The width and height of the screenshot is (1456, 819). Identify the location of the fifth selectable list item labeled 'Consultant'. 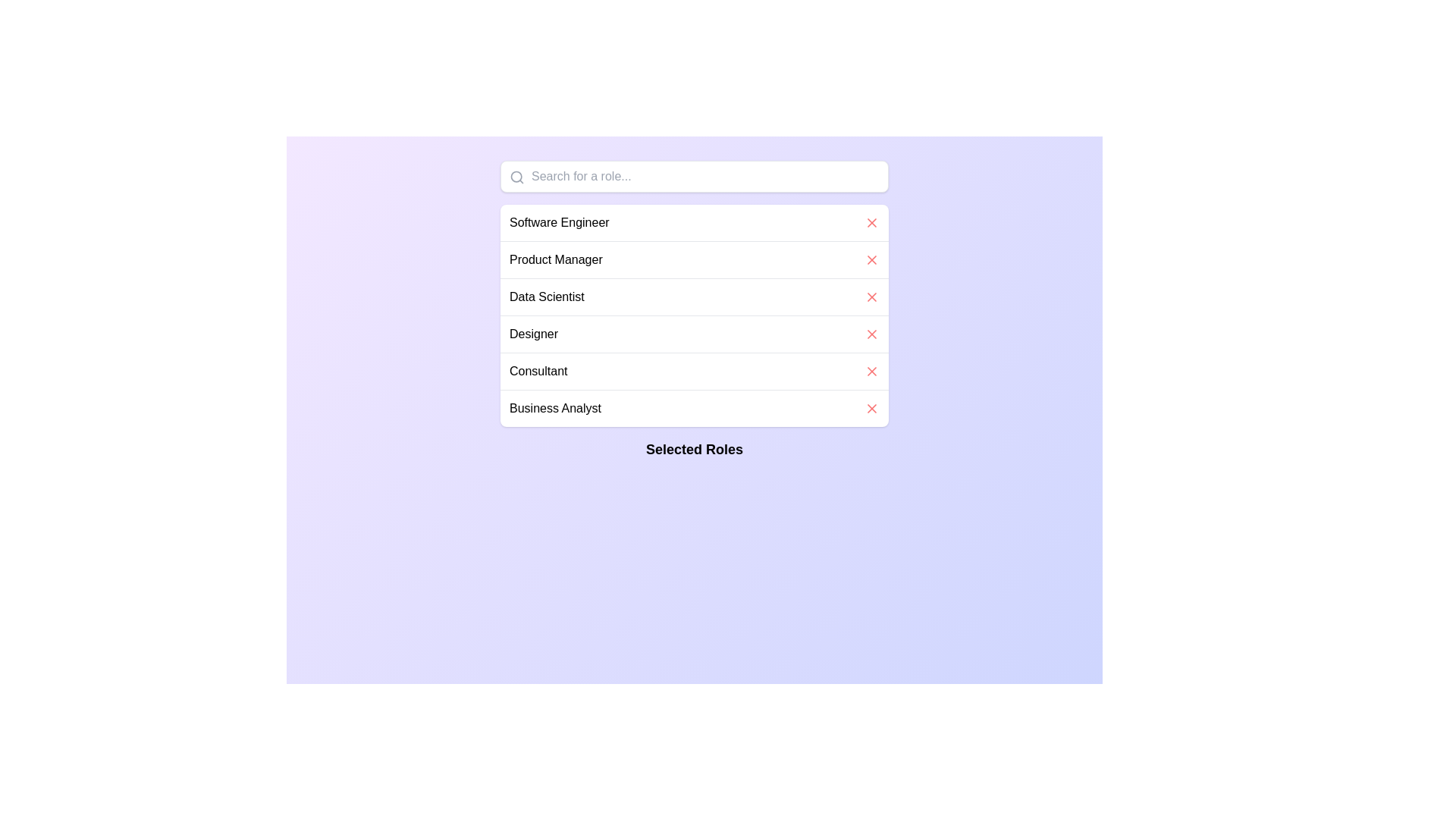
(694, 371).